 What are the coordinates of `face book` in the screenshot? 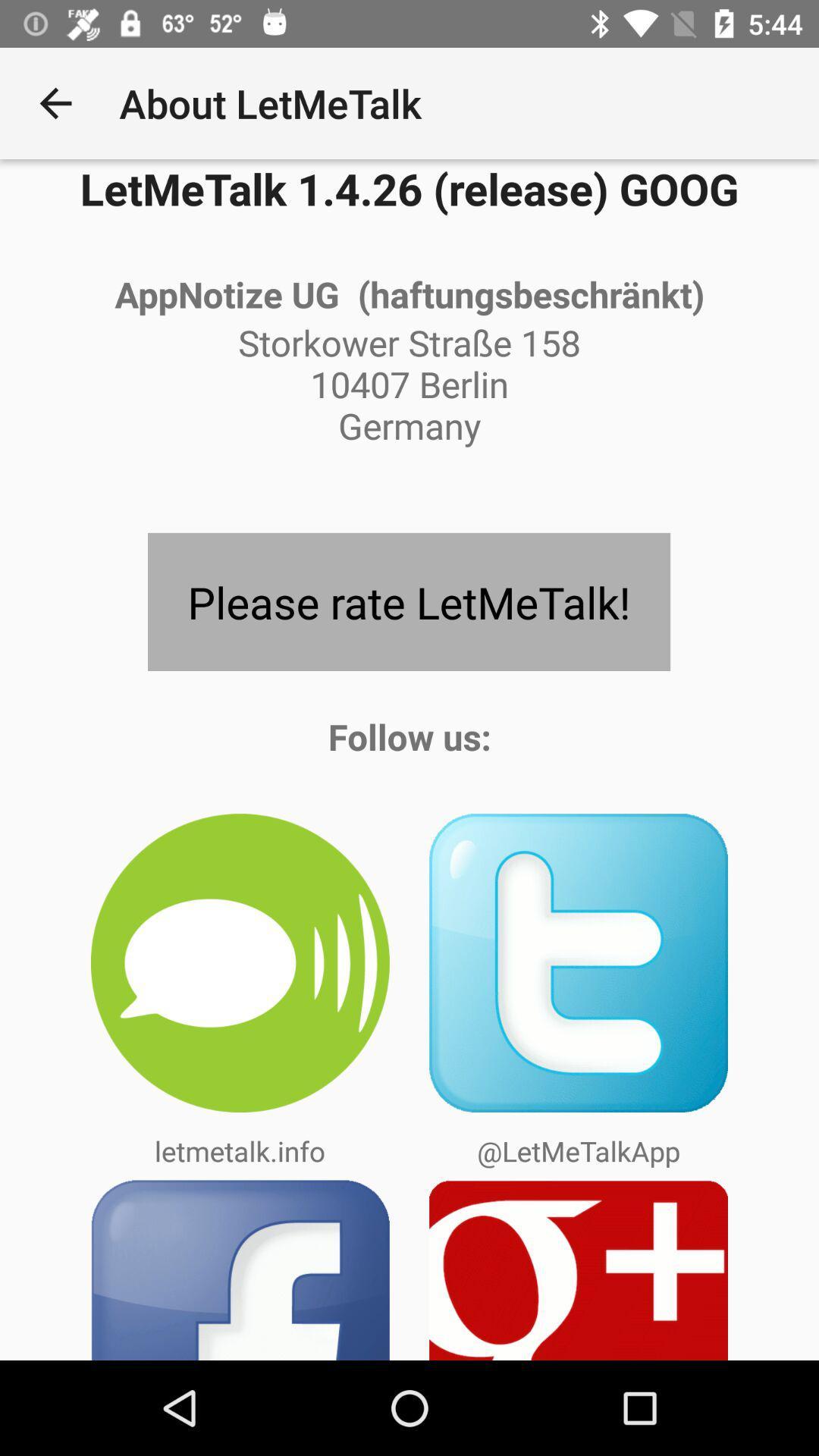 It's located at (239, 1269).